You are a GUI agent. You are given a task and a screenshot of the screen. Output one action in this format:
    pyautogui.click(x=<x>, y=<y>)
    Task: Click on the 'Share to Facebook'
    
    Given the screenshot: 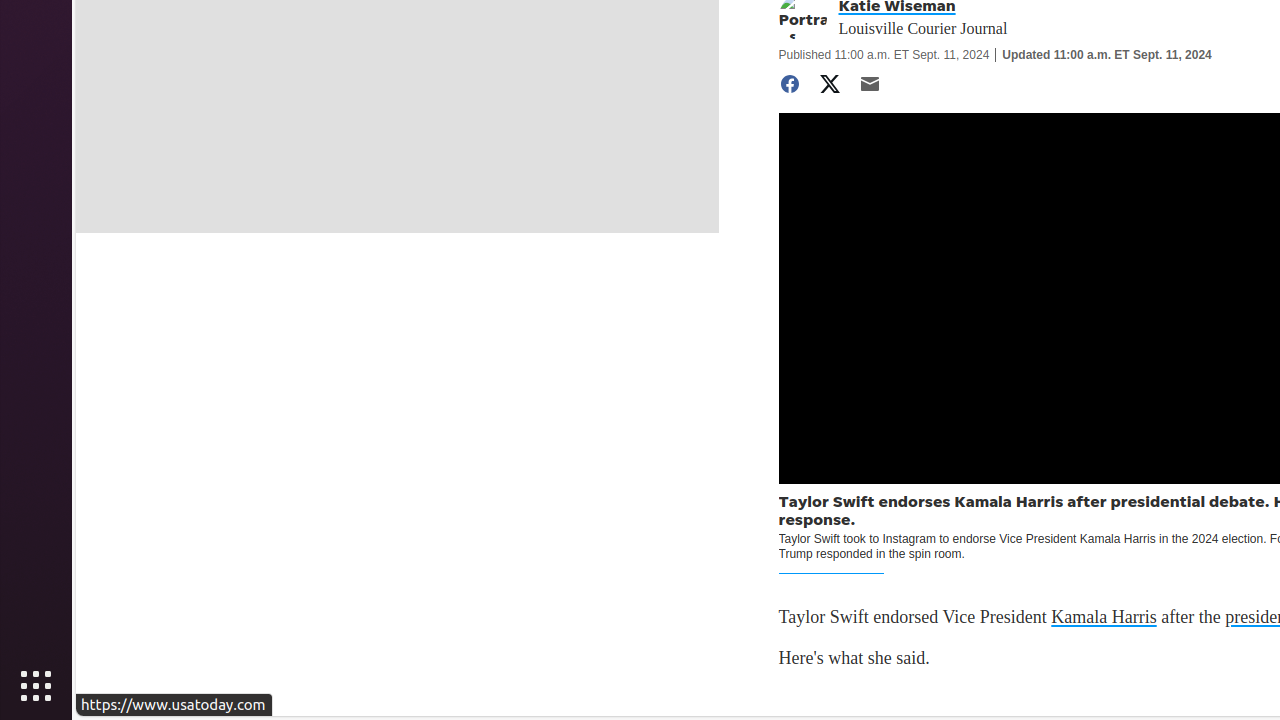 What is the action you would take?
    pyautogui.click(x=788, y=83)
    